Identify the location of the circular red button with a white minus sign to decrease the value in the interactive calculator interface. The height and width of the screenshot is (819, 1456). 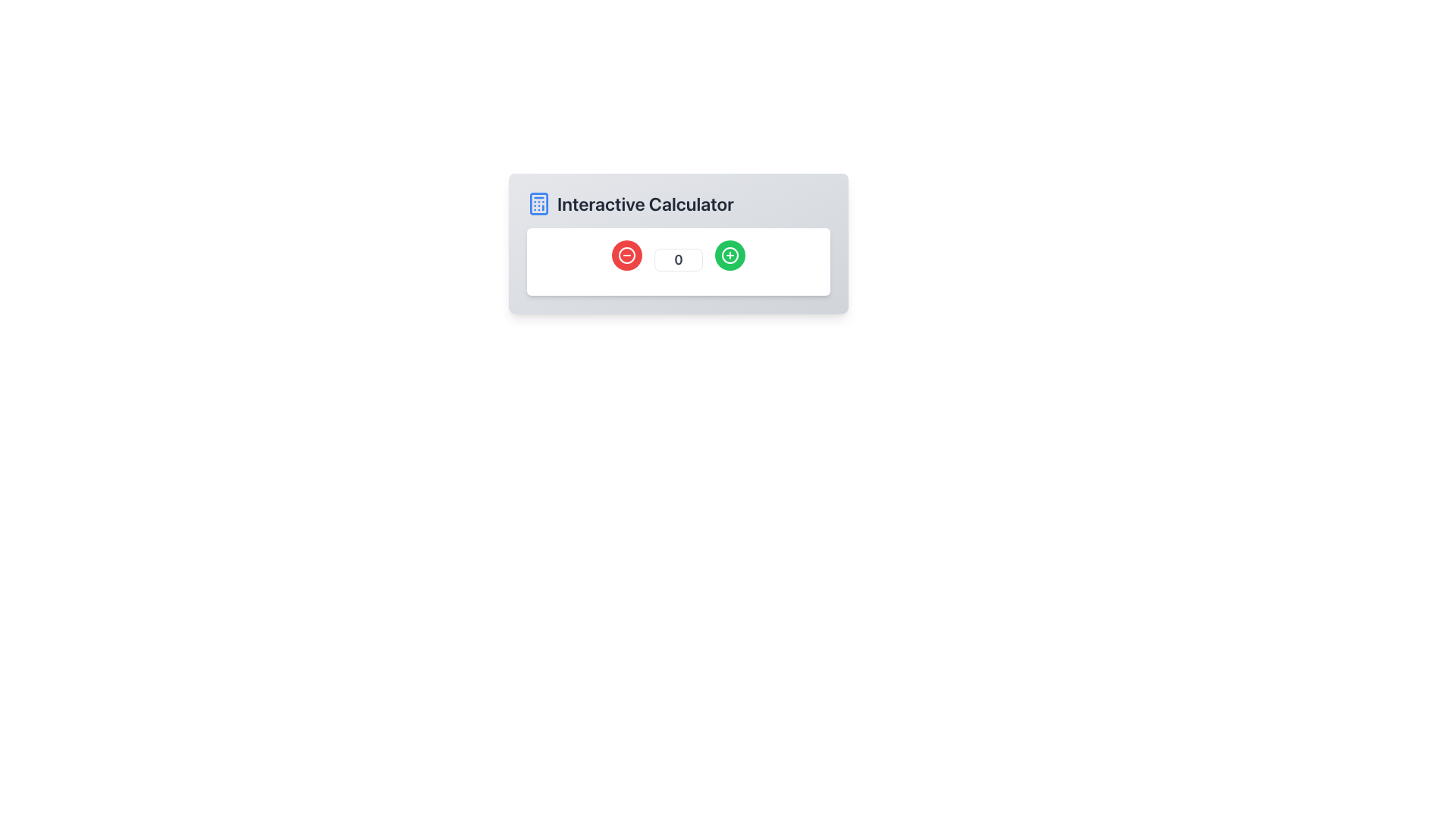
(626, 254).